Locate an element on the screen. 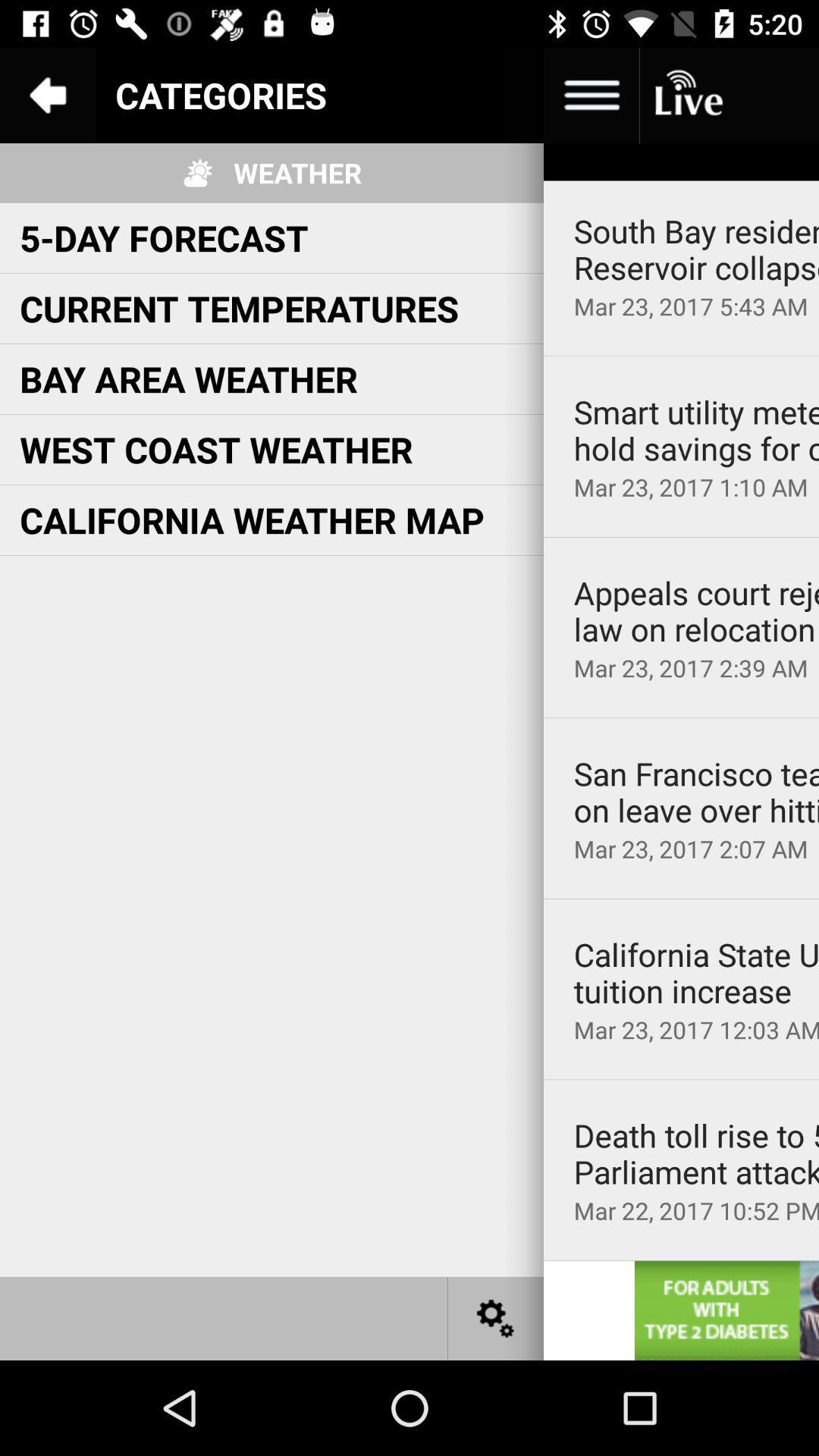 The height and width of the screenshot is (1456, 819). advertisement is located at coordinates (726, 1310).